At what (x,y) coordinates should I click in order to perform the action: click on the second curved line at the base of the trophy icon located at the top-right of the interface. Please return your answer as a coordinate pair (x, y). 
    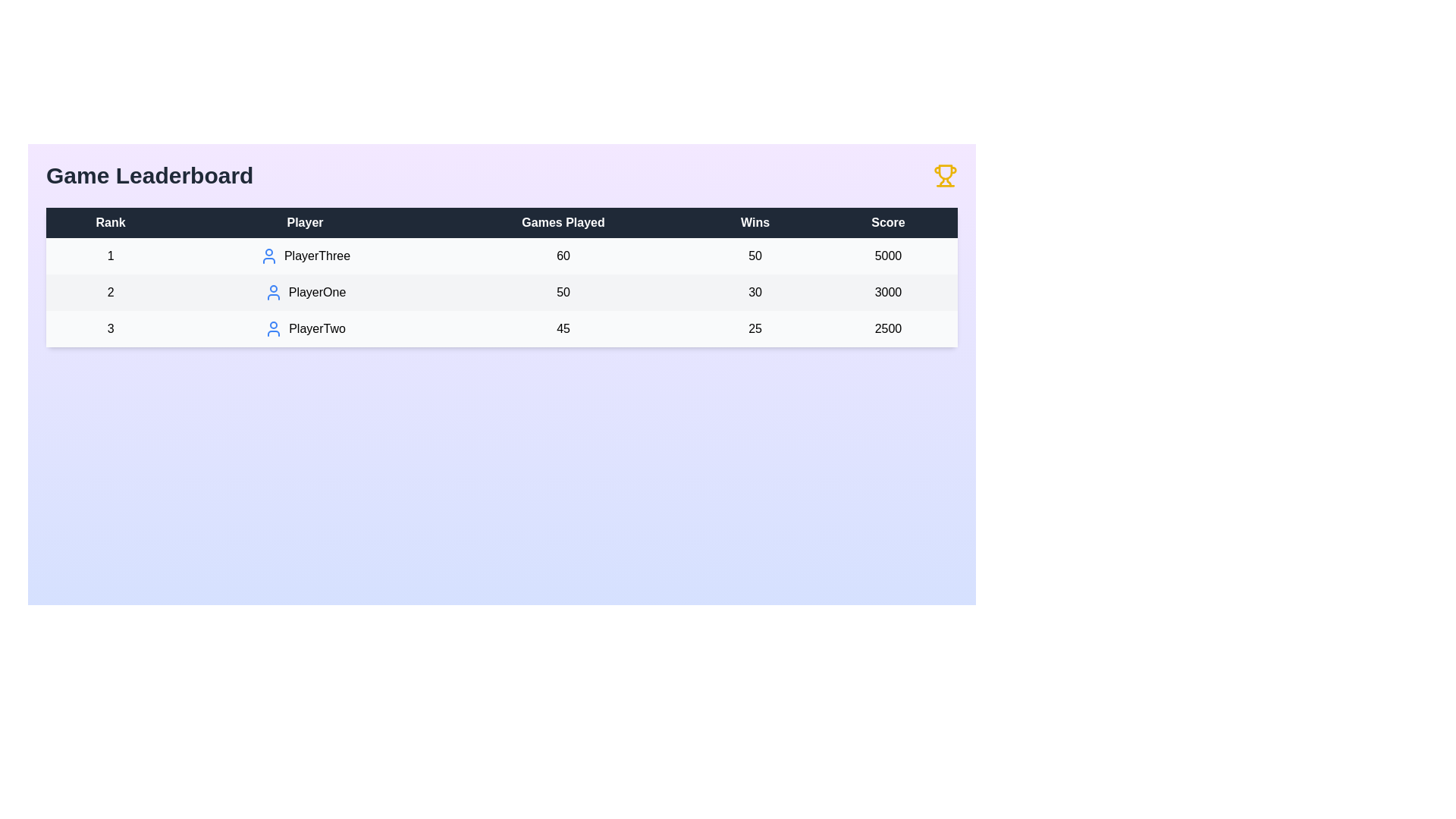
    Looking at the image, I should click on (948, 181).